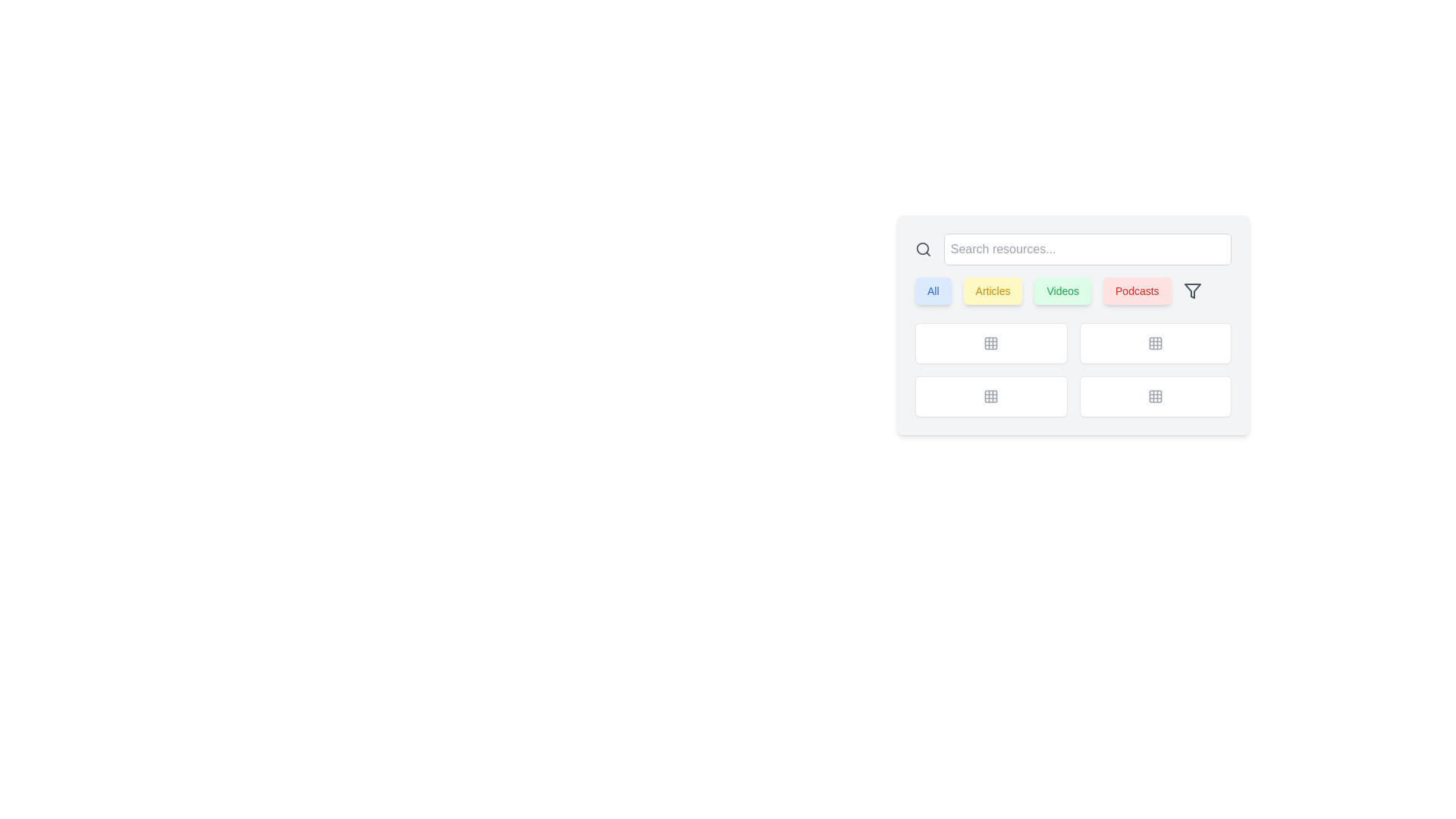 The image size is (1456, 819). What do you see at coordinates (990, 343) in the screenshot?
I see `the top-left cell of the grid` at bounding box center [990, 343].